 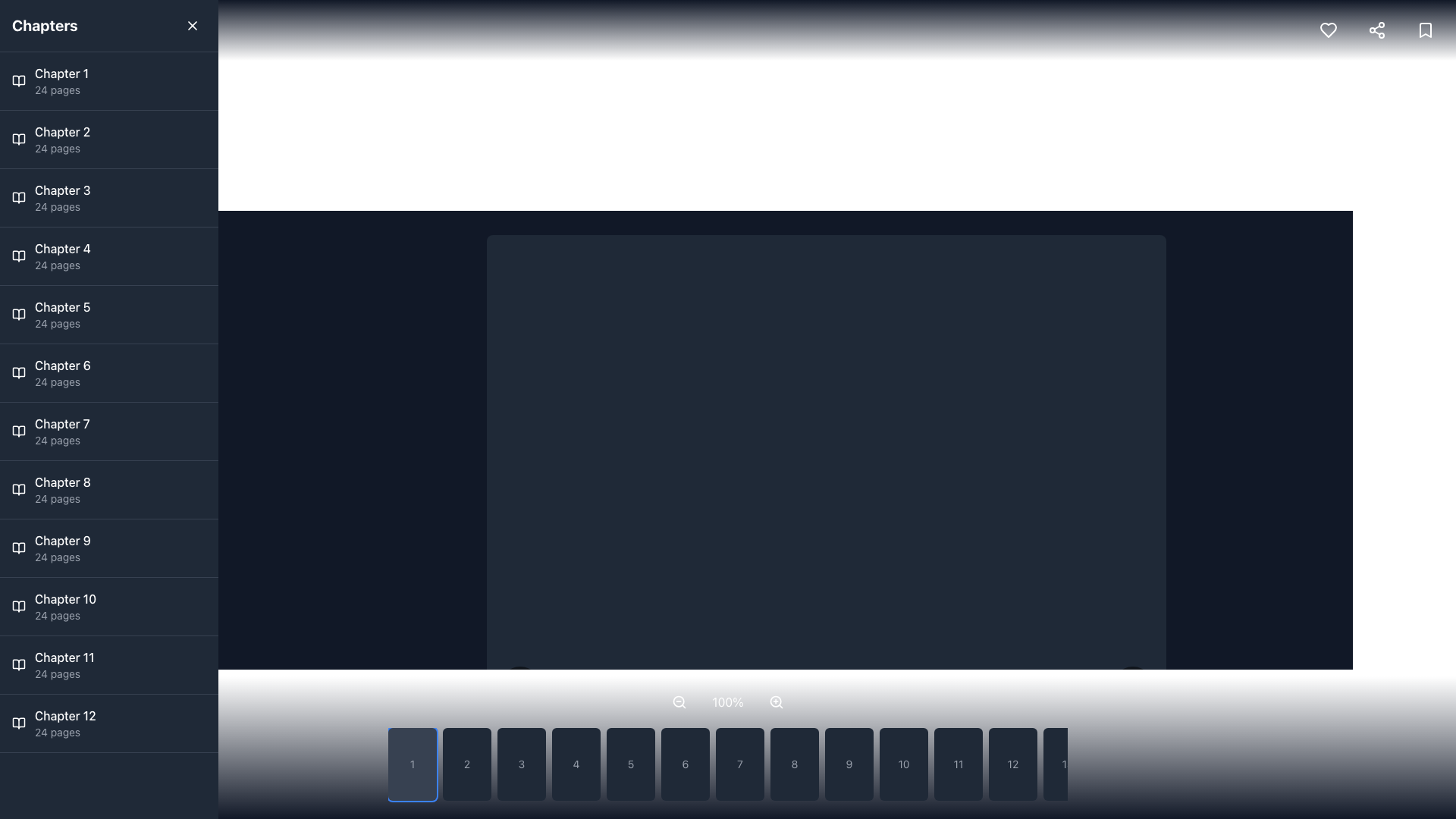 What do you see at coordinates (61, 548) in the screenshot?
I see `the Text label representing Chapter 9` at bounding box center [61, 548].